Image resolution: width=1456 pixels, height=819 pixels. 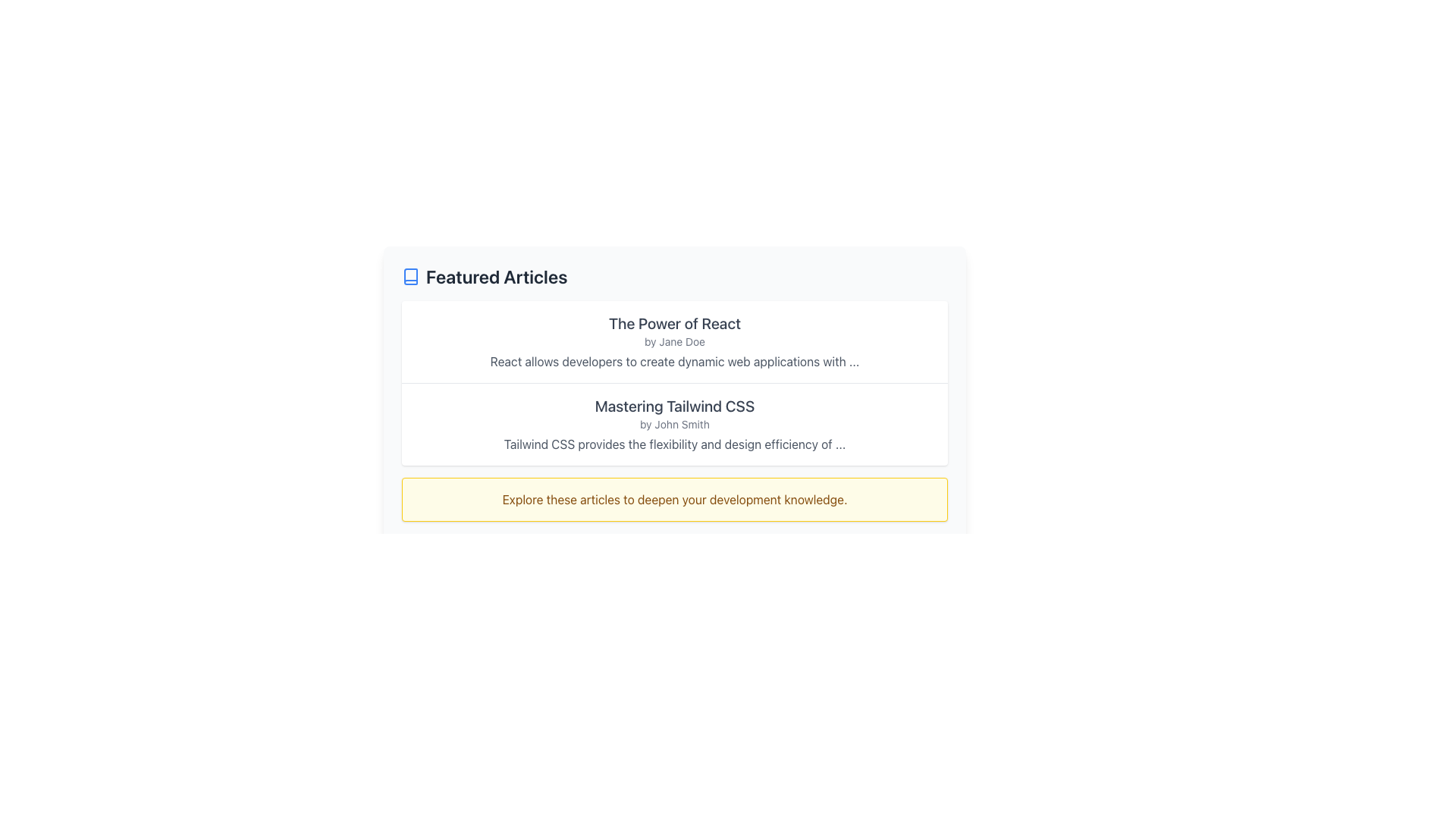 I want to click on the text label that says 'by Jane Doe', which is styled in light gray, positioned below the title 'The Power of React' in the card layout, so click(x=673, y=342).